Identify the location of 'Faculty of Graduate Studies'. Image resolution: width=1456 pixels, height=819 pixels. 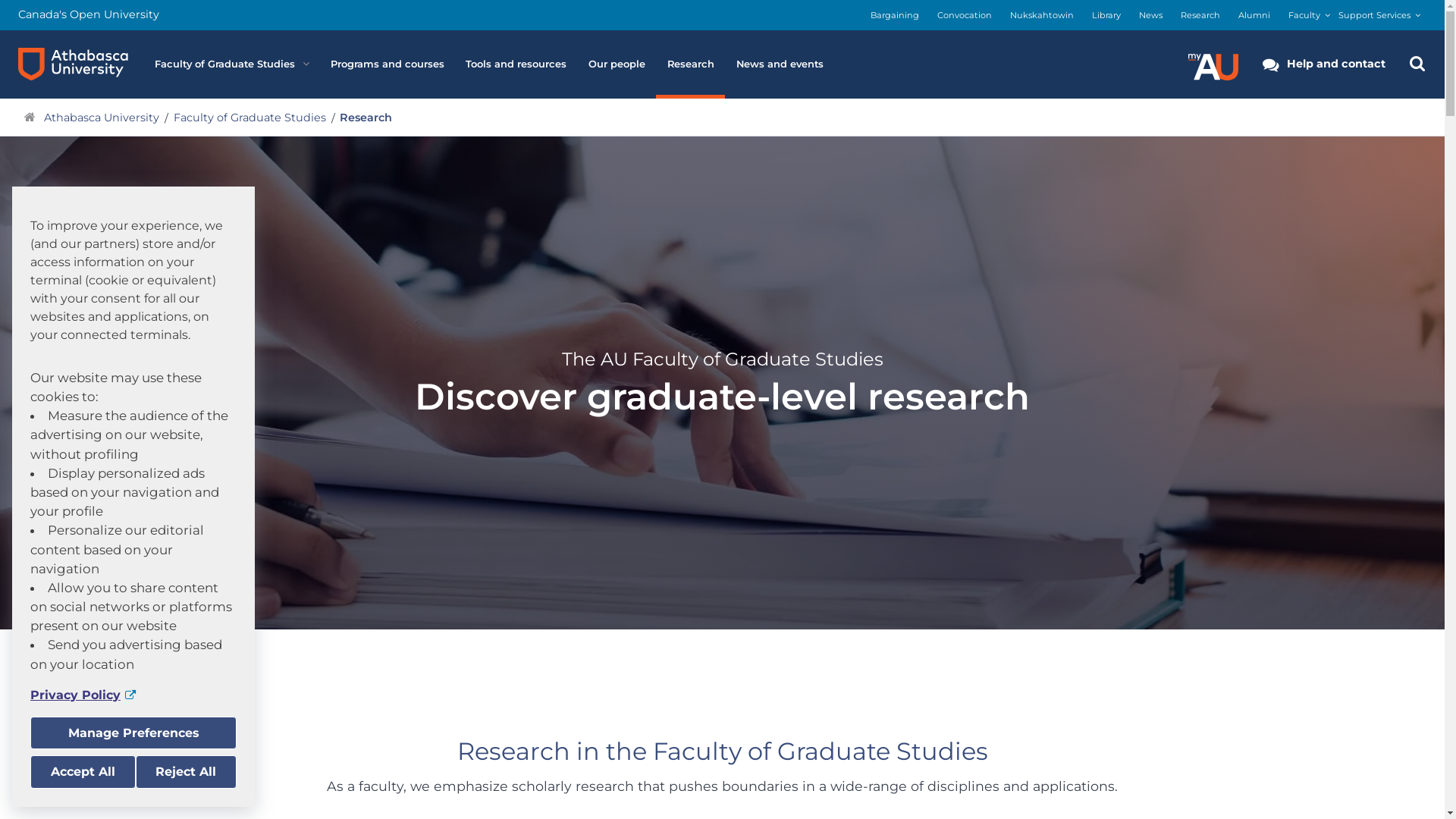
(231, 63).